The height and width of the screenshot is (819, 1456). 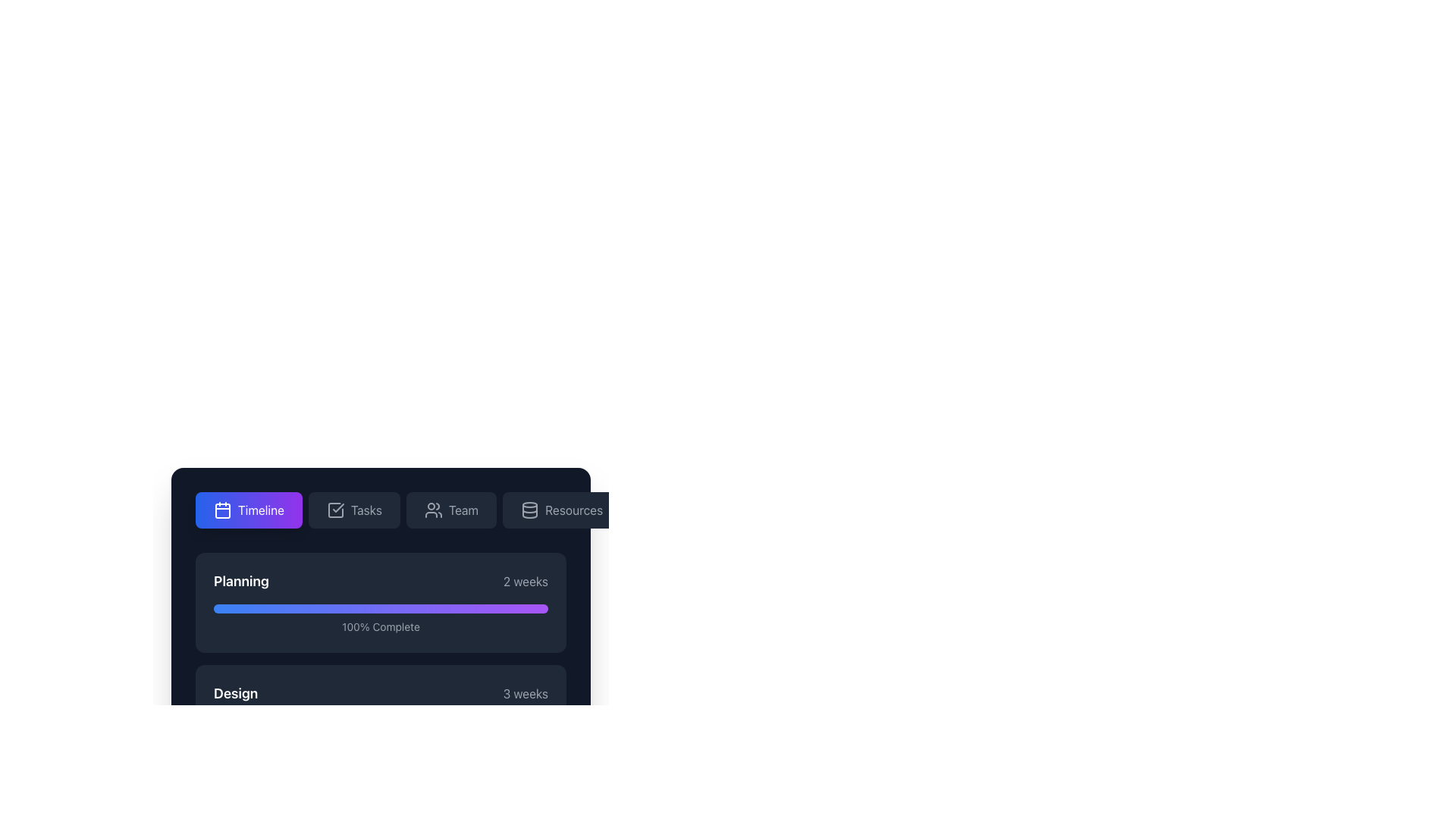 I want to click on the composite UI element displaying 'Planning' and '2 weeks', so click(x=381, y=581).